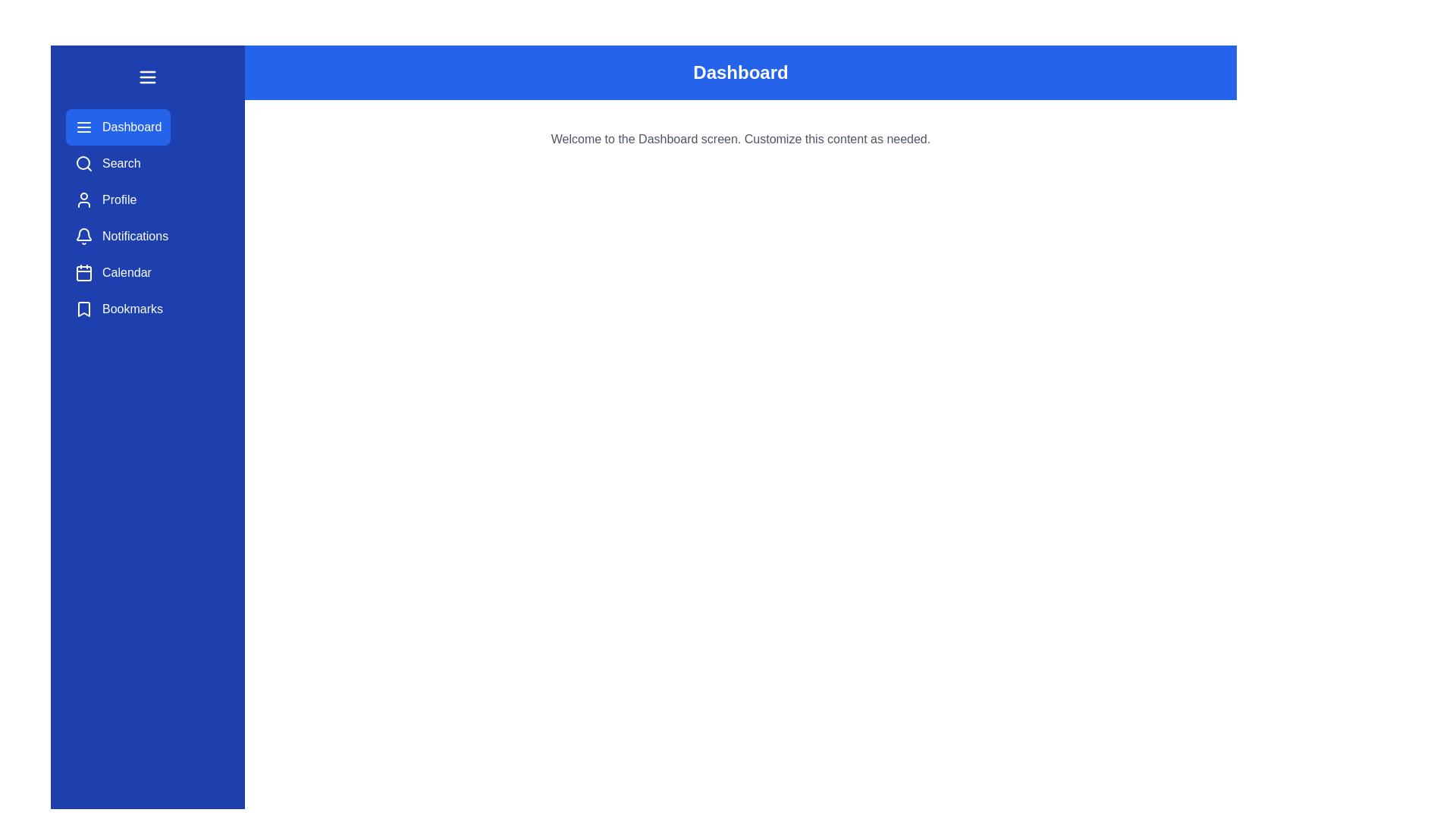  I want to click on the navigation link positioned in the left navigation bar, specifically the fifth item below 'Notifications' and above 'Bookmarks', to observe the hover effects, so click(112, 271).